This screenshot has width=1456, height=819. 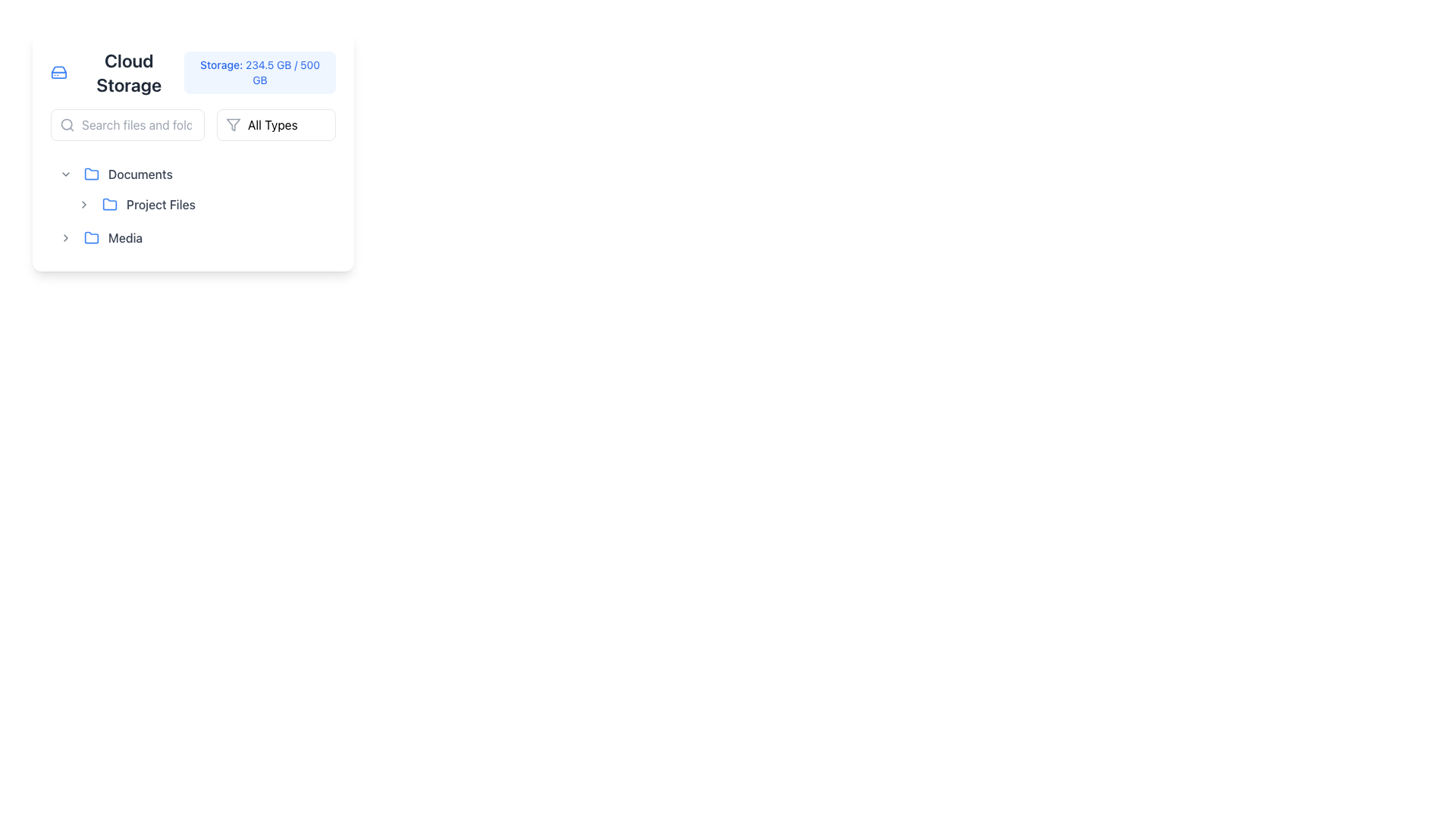 What do you see at coordinates (143, 205) in the screenshot?
I see `the 'Project Files' collapsible menu item located in the 'Documents' section of the 'Cloud Storage' panel` at bounding box center [143, 205].